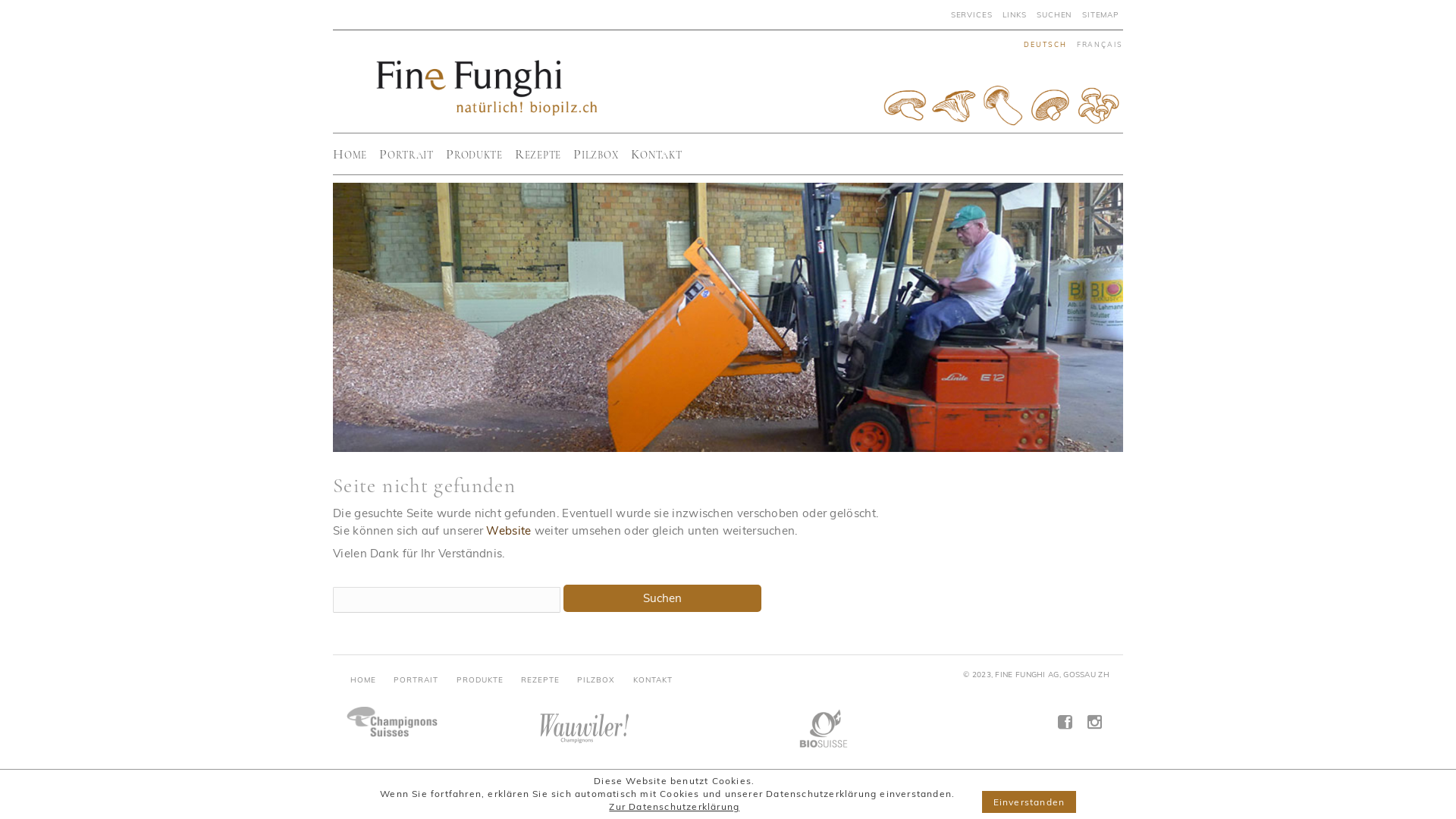  Describe the element at coordinates (355, 154) in the screenshot. I see `'Home'` at that location.